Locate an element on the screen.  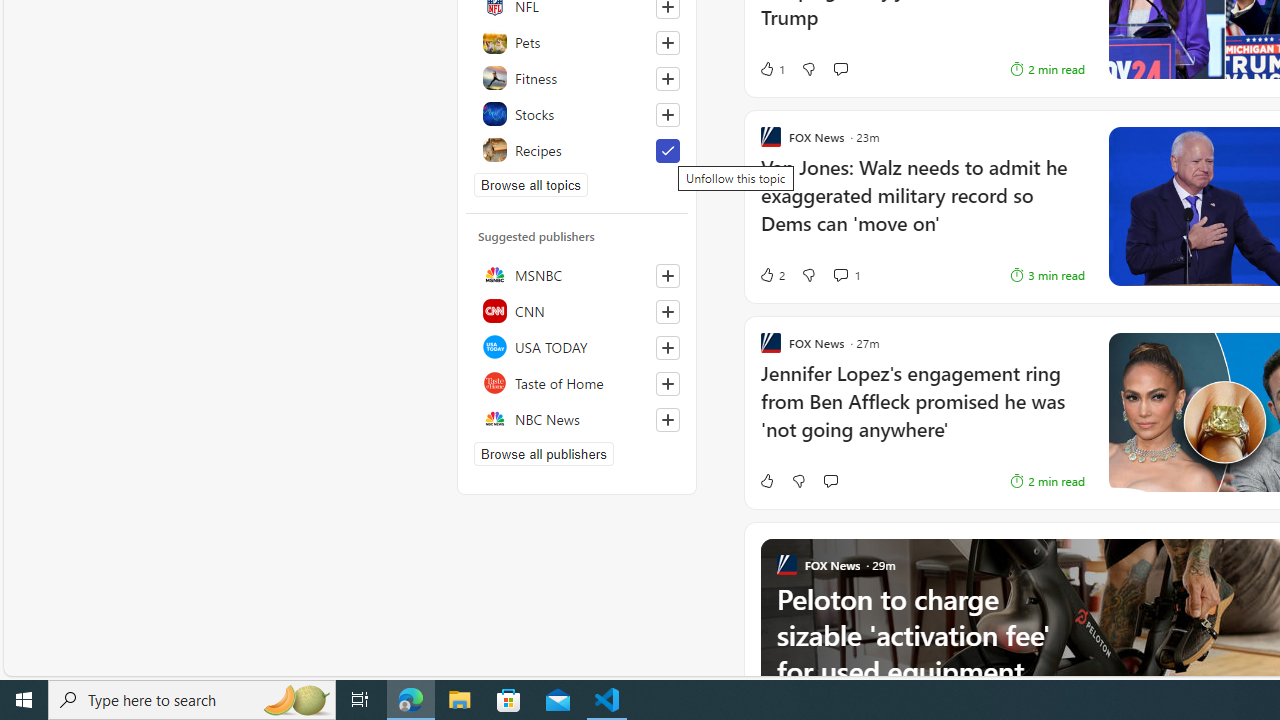
'CNN' is located at coordinates (576, 311).